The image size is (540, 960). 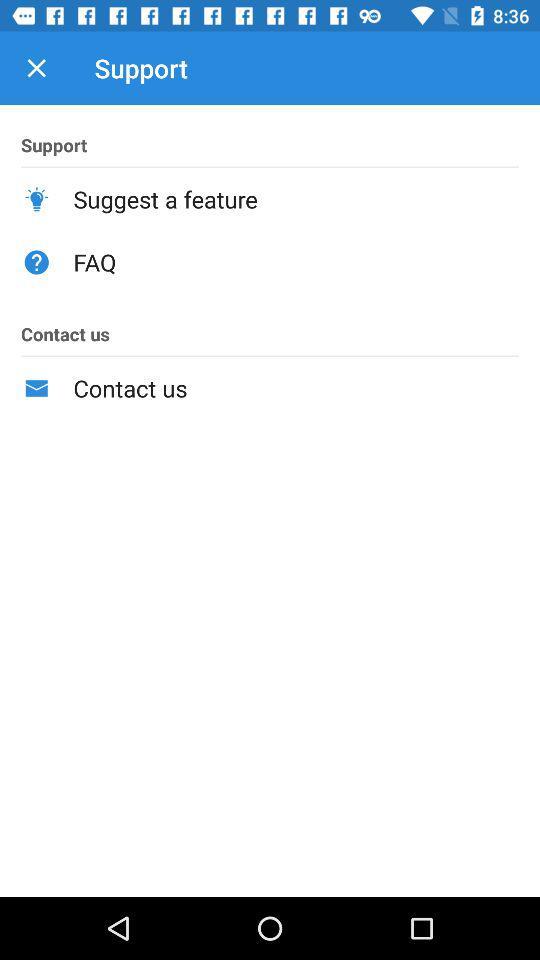 What do you see at coordinates (295, 199) in the screenshot?
I see `suggest a feature` at bounding box center [295, 199].